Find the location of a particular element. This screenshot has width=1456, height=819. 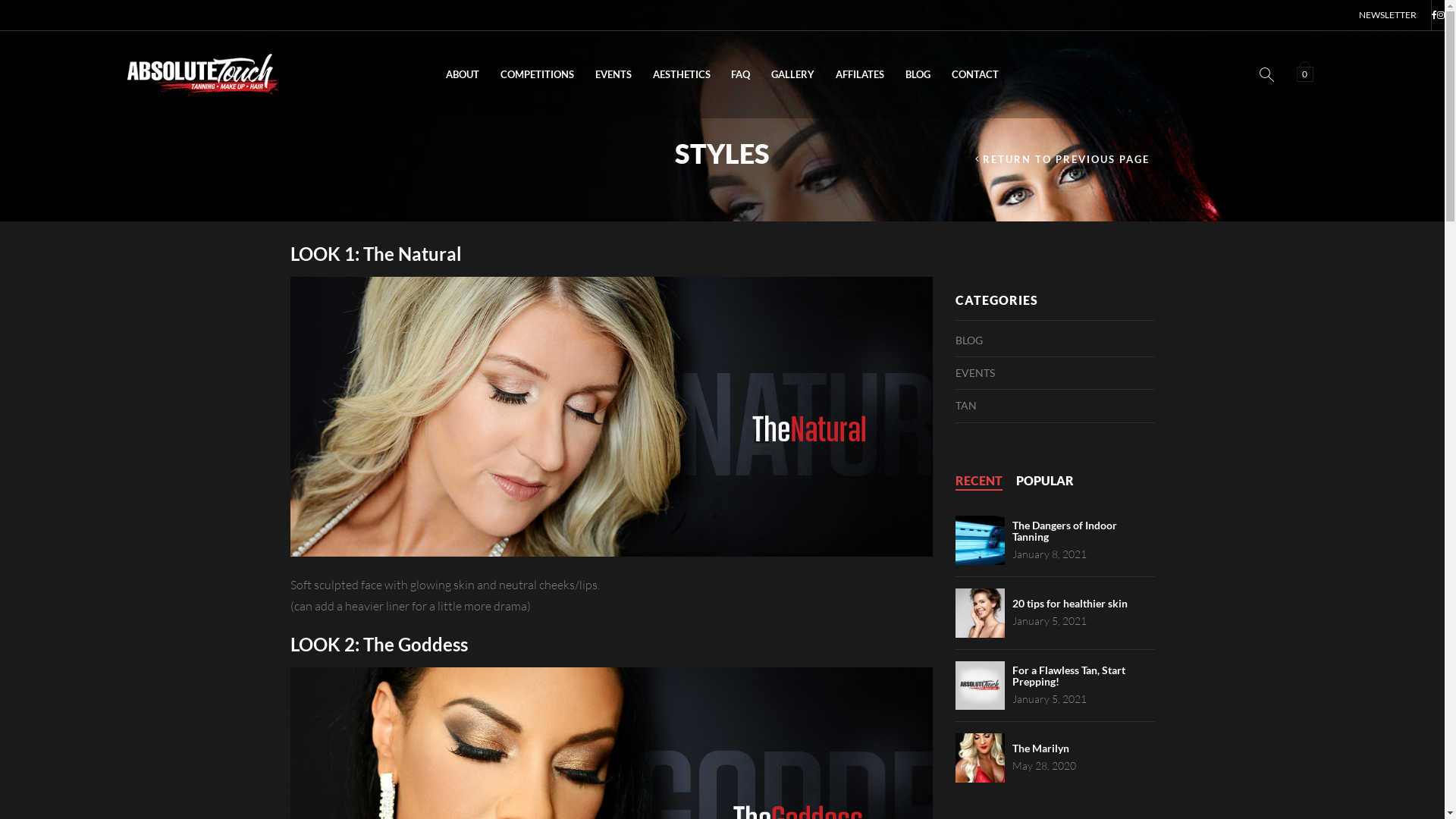

'BLOG' is located at coordinates (968, 338).